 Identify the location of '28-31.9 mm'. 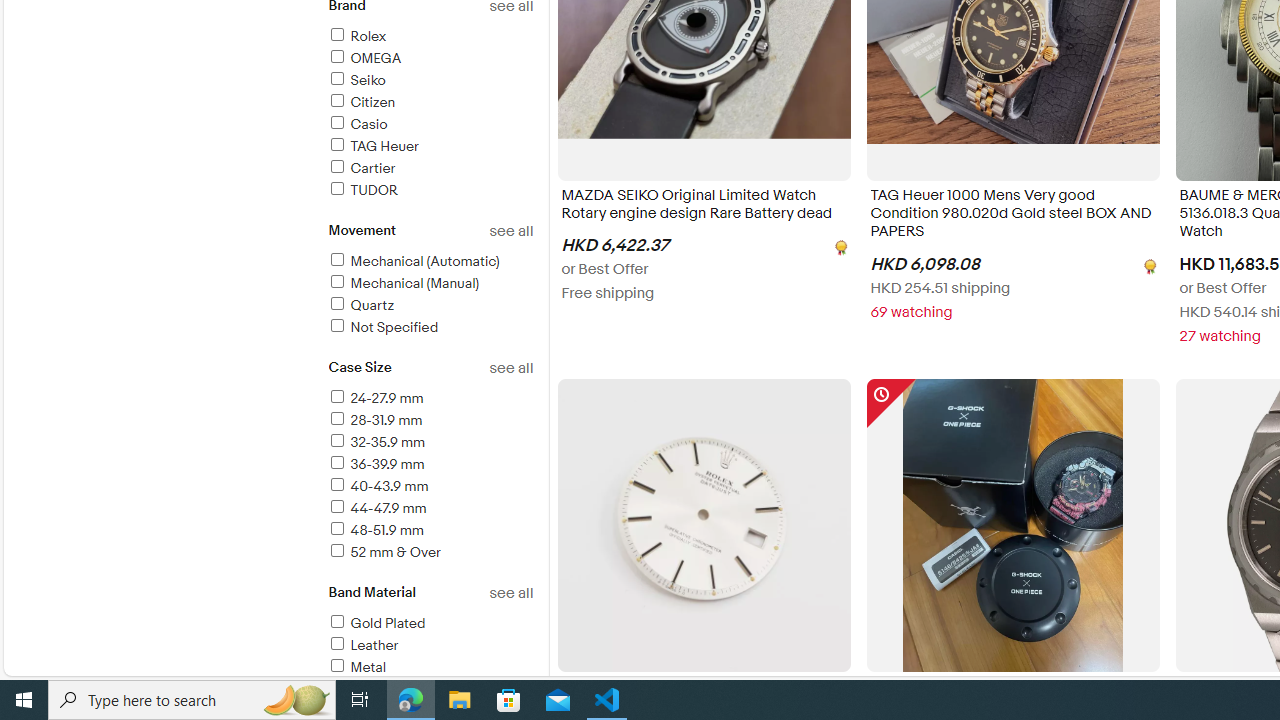
(374, 419).